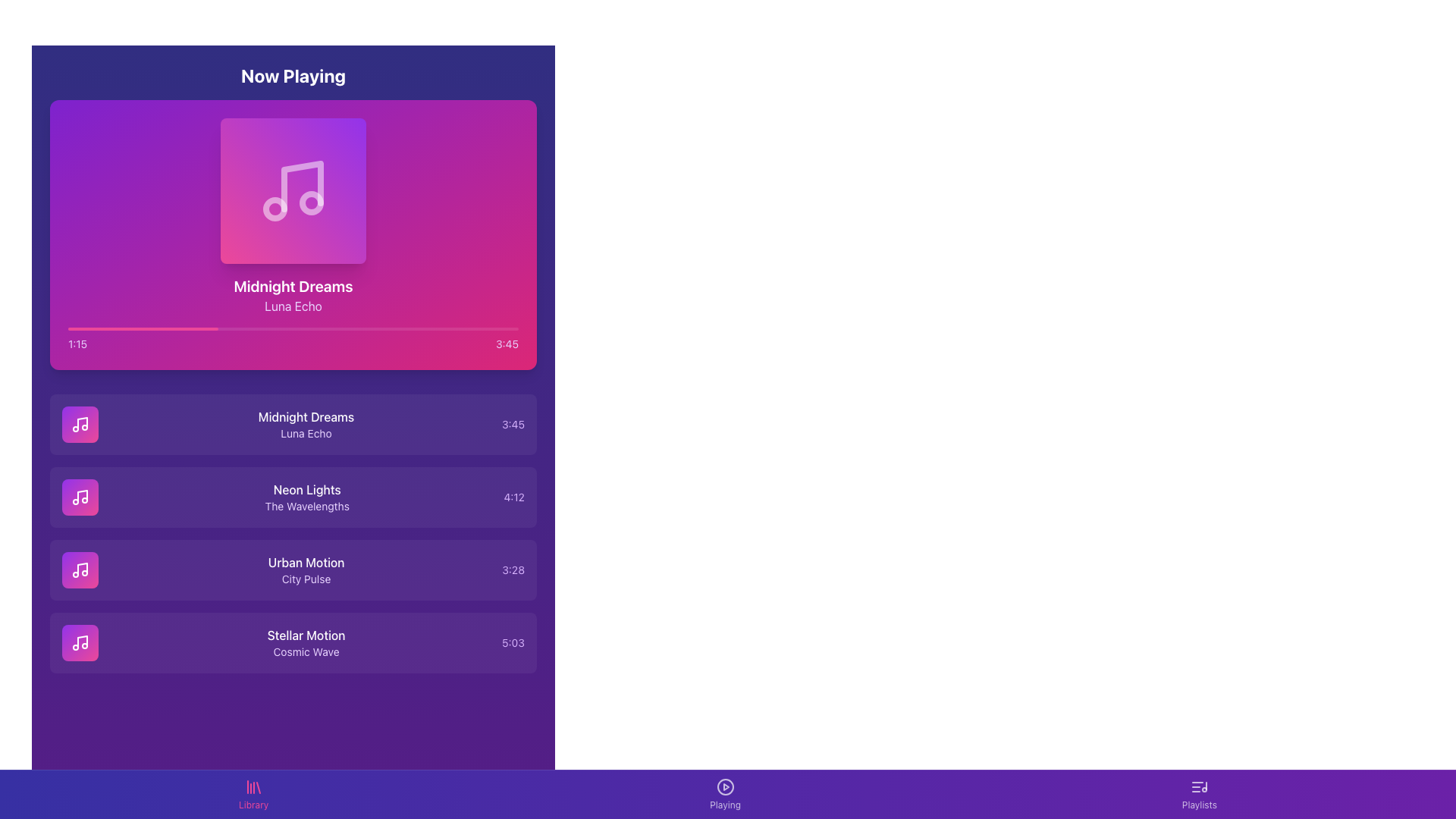  I want to click on the playback progress, so click(478, 328).